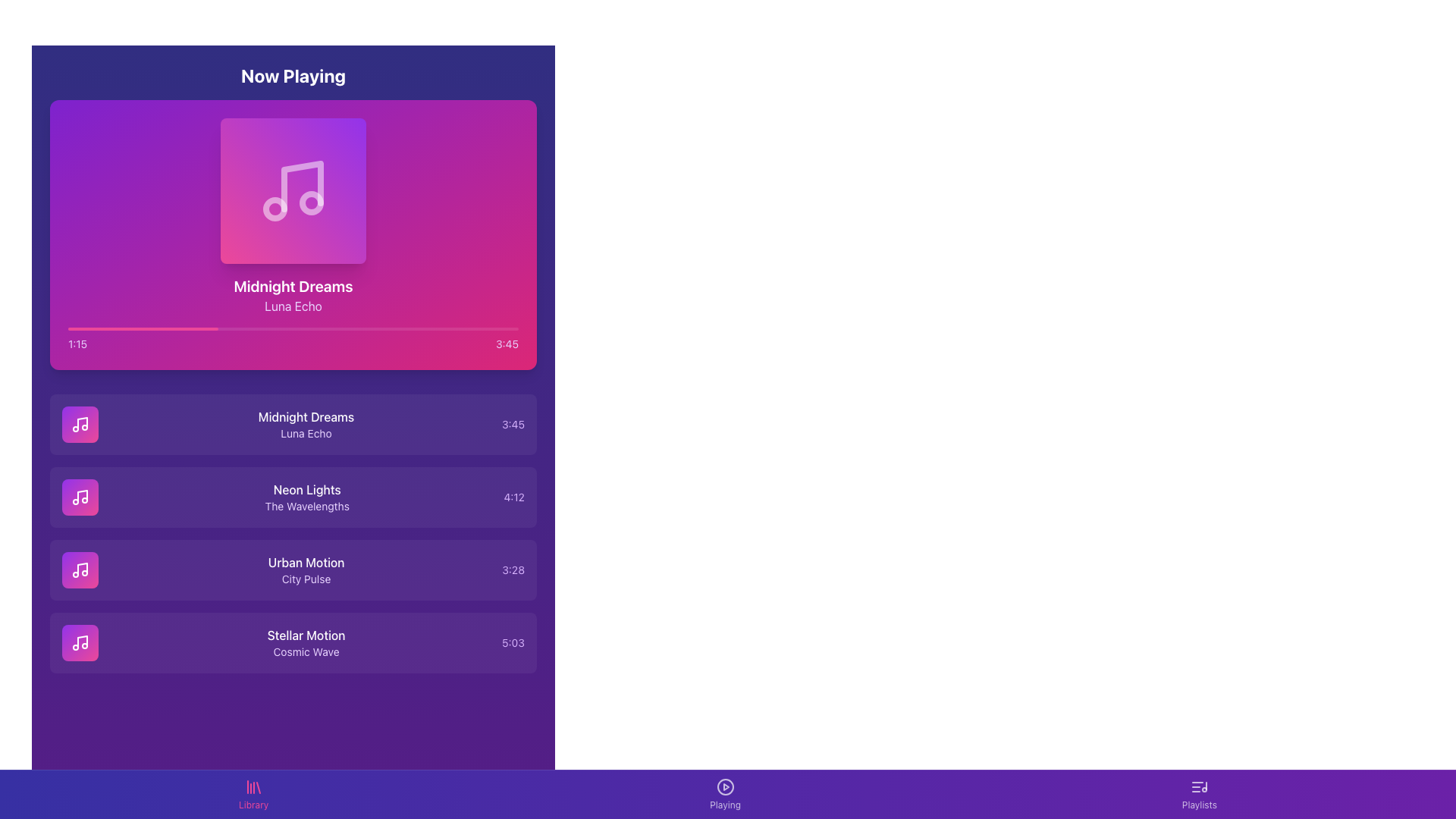  I want to click on the playback progress, so click(478, 328).